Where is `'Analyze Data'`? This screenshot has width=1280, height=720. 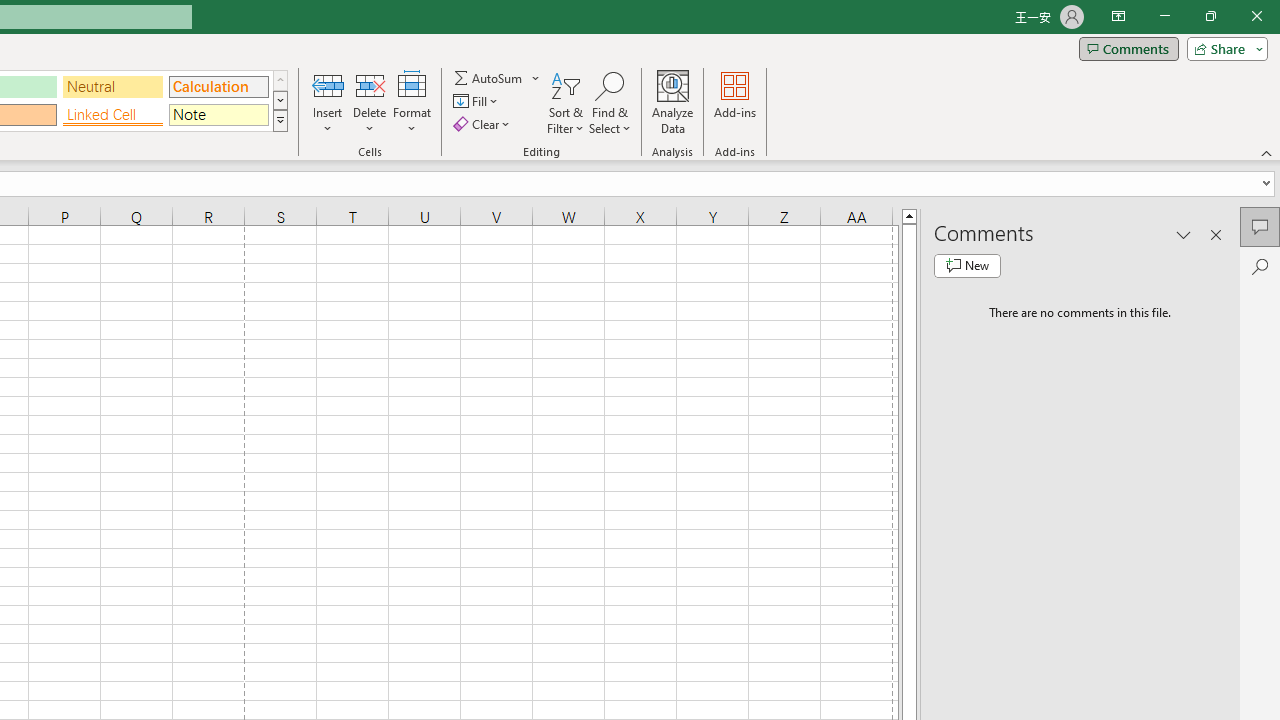 'Analyze Data' is located at coordinates (673, 103).